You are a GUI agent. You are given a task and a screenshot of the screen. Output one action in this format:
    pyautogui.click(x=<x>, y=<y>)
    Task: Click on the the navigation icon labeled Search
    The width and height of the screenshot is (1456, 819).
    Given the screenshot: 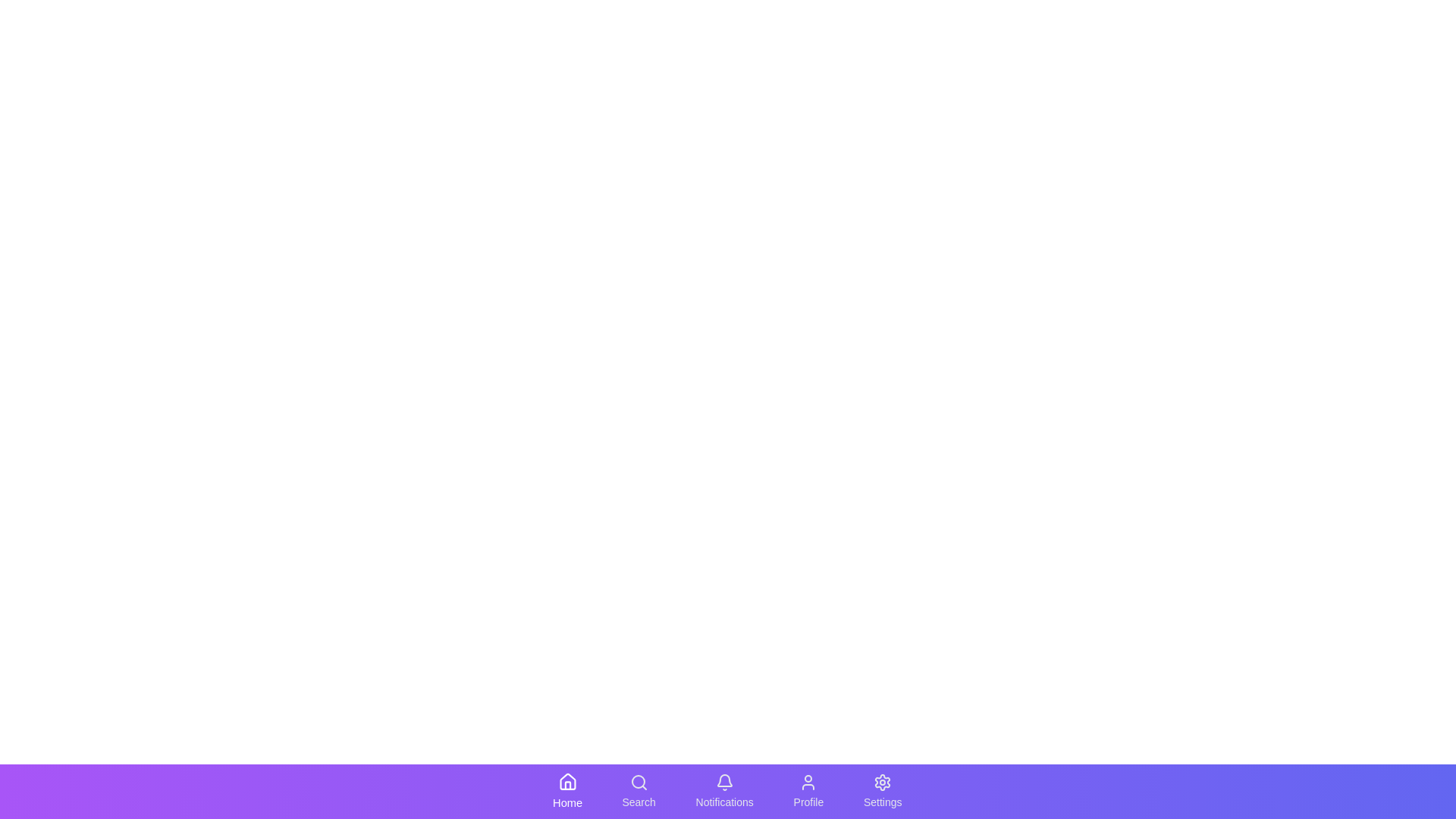 What is the action you would take?
    pyautogui.click(x=639, y=791)
    